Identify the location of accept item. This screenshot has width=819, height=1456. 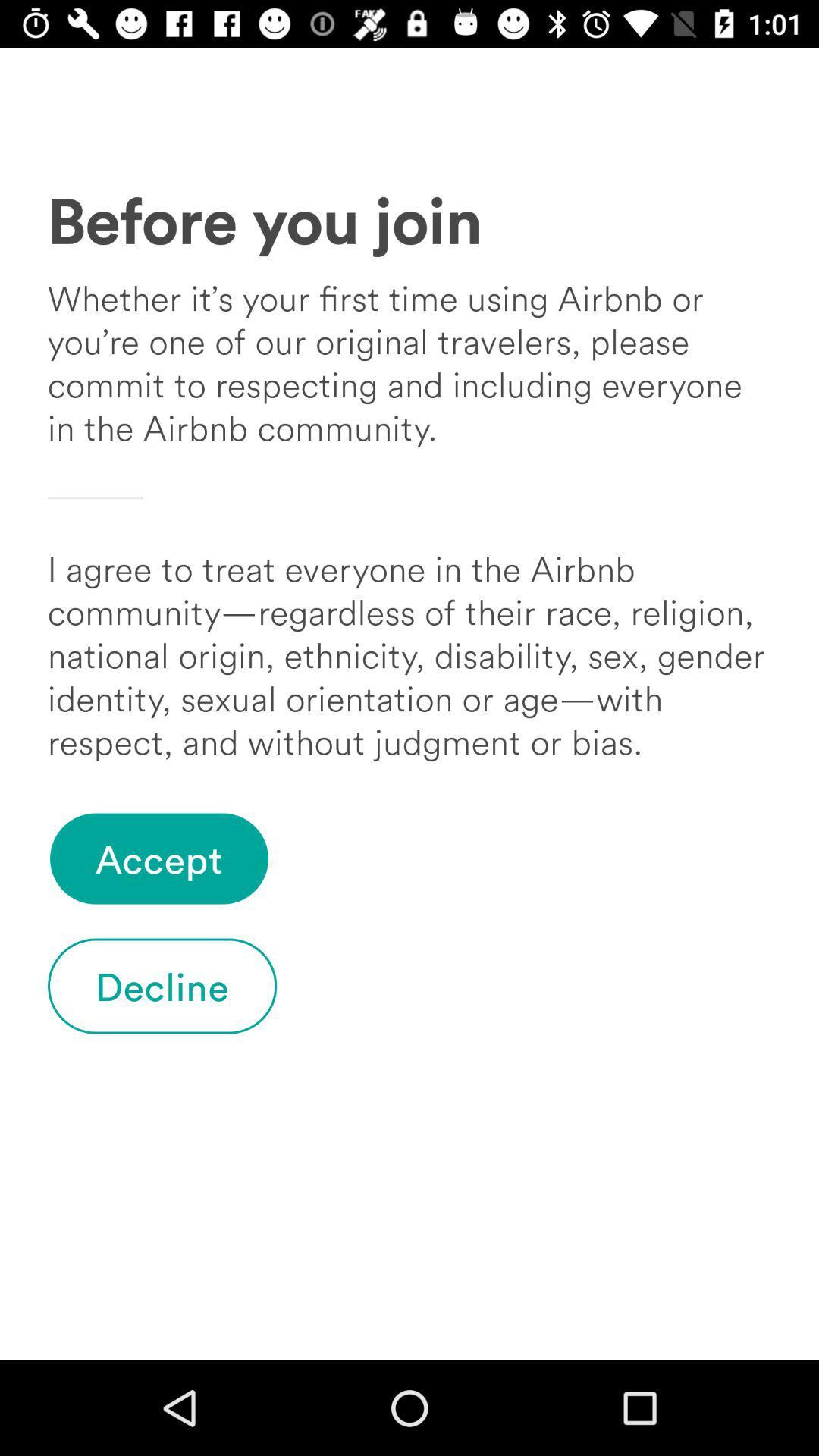
(158, 858).